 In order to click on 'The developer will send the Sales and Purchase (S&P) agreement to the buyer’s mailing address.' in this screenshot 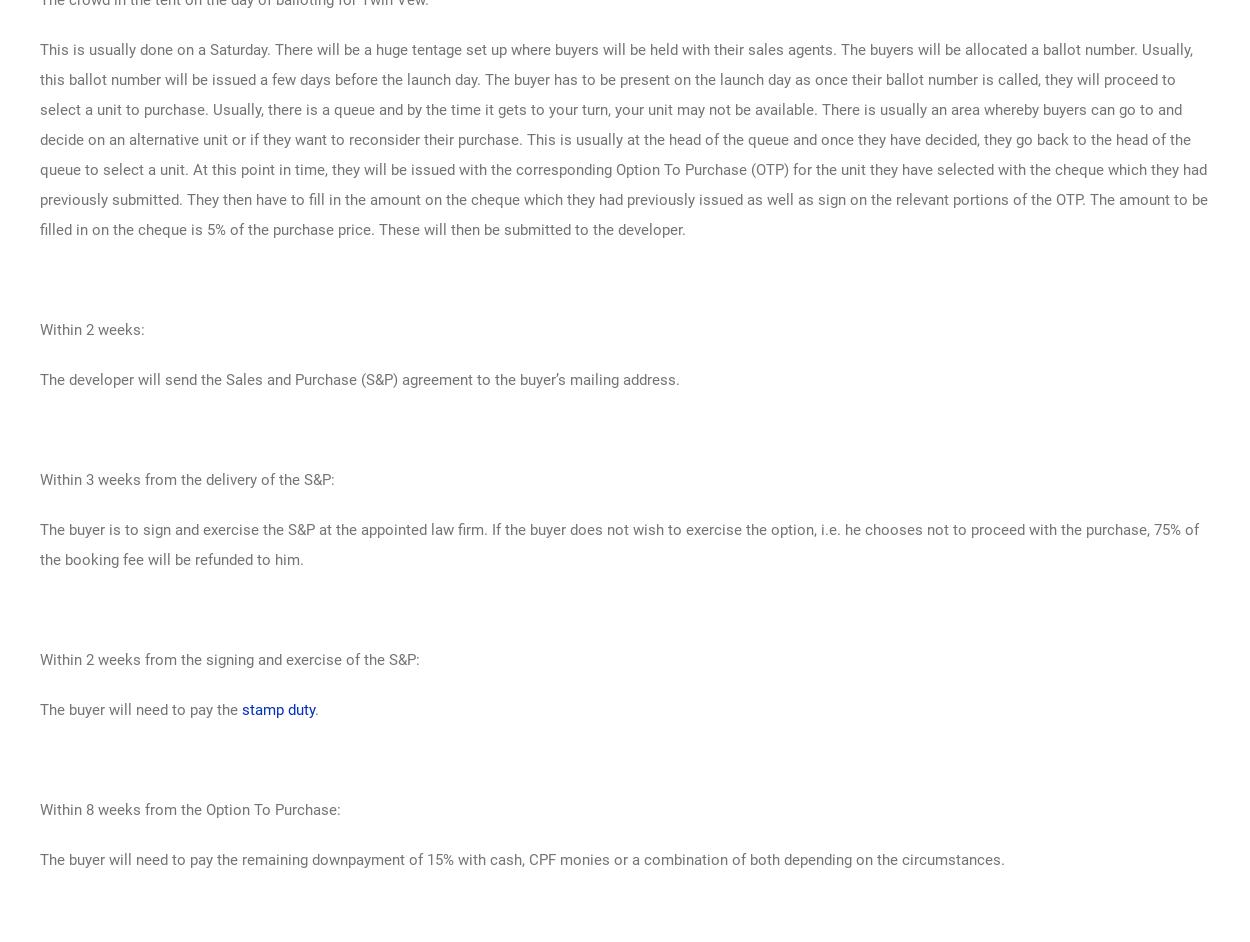, I will do `click(359, 378)`.